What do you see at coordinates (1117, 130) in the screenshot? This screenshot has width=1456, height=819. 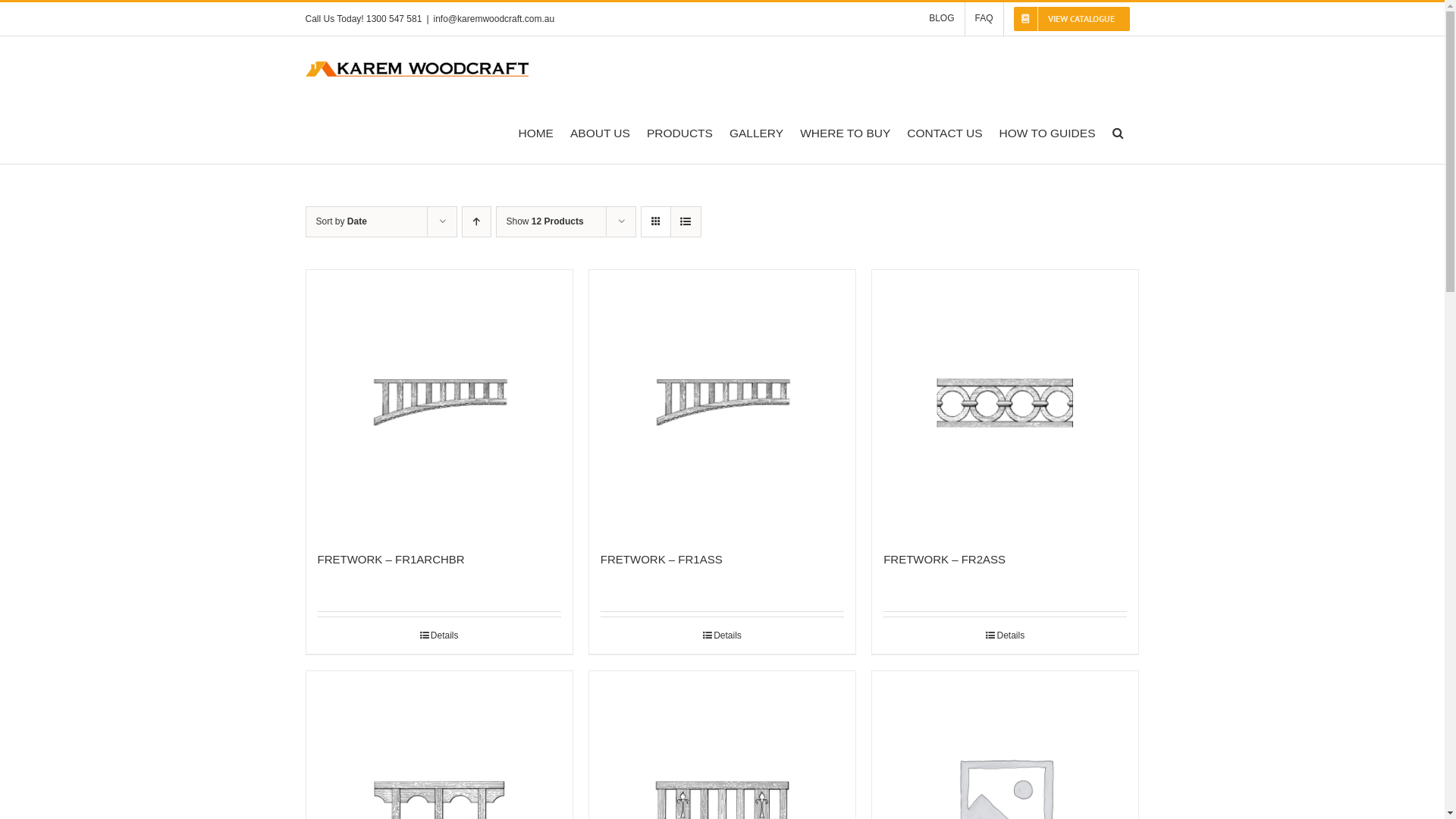 I see `'Search'` at bounding box center [1117, 130].